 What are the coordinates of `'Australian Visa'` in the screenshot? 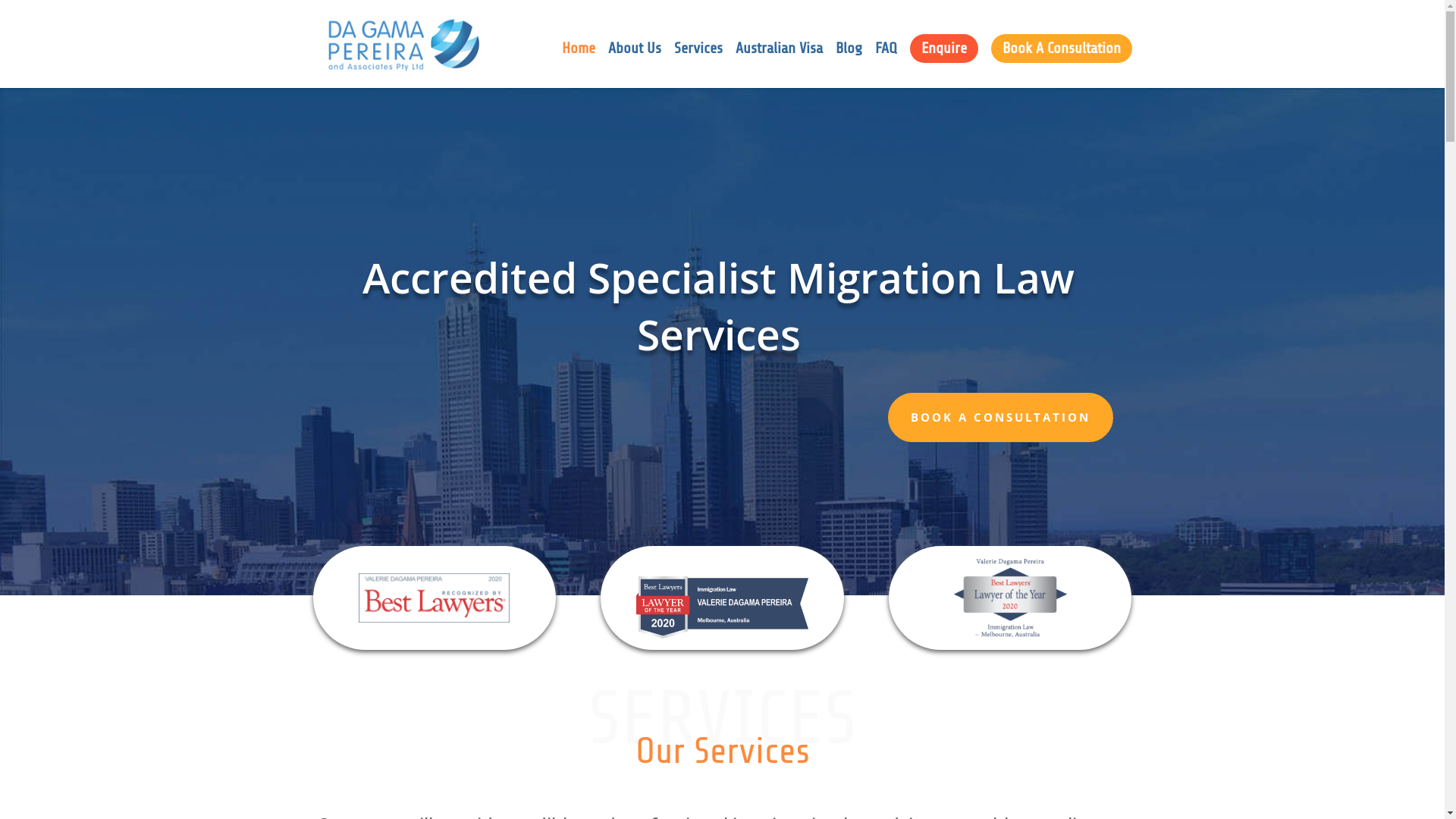 It's located at (779, 64).